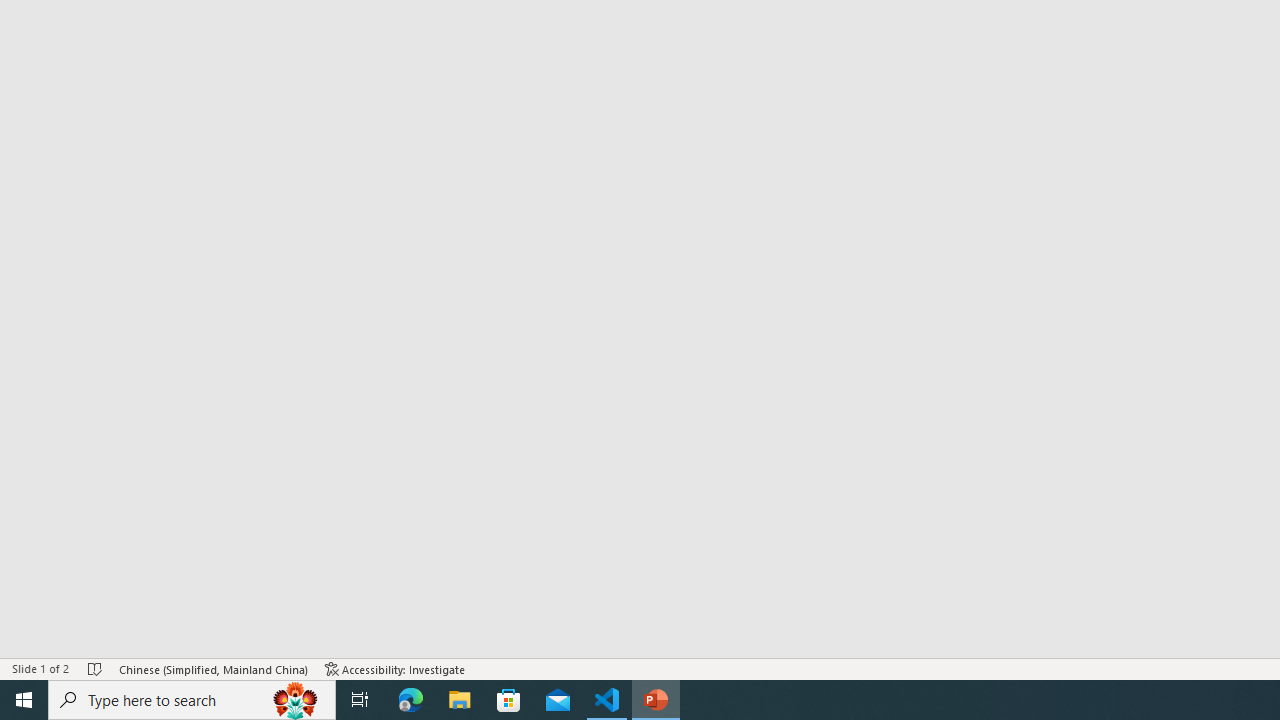  I want to click on 'Accessibility Checker Accessibility: Investigate', so click(395, 669).